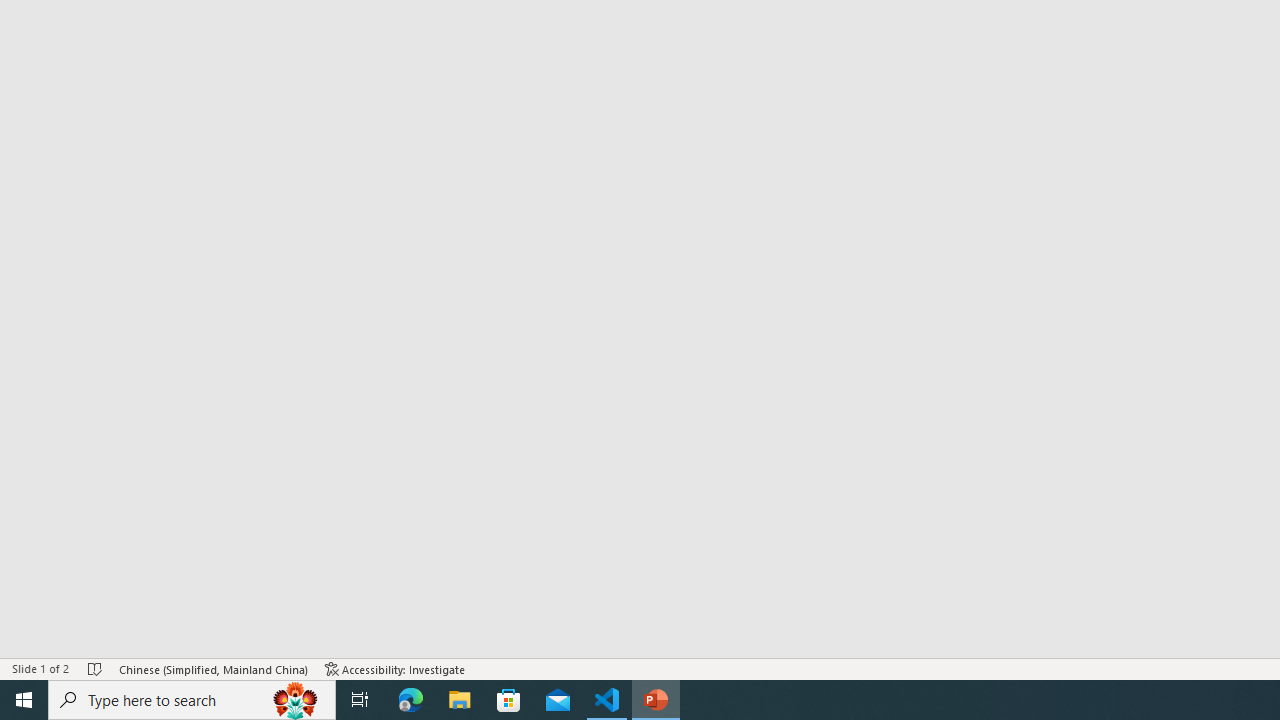  I want to click on 'Accessibility Checker Accessibility: Investigate', so click(395, 669).